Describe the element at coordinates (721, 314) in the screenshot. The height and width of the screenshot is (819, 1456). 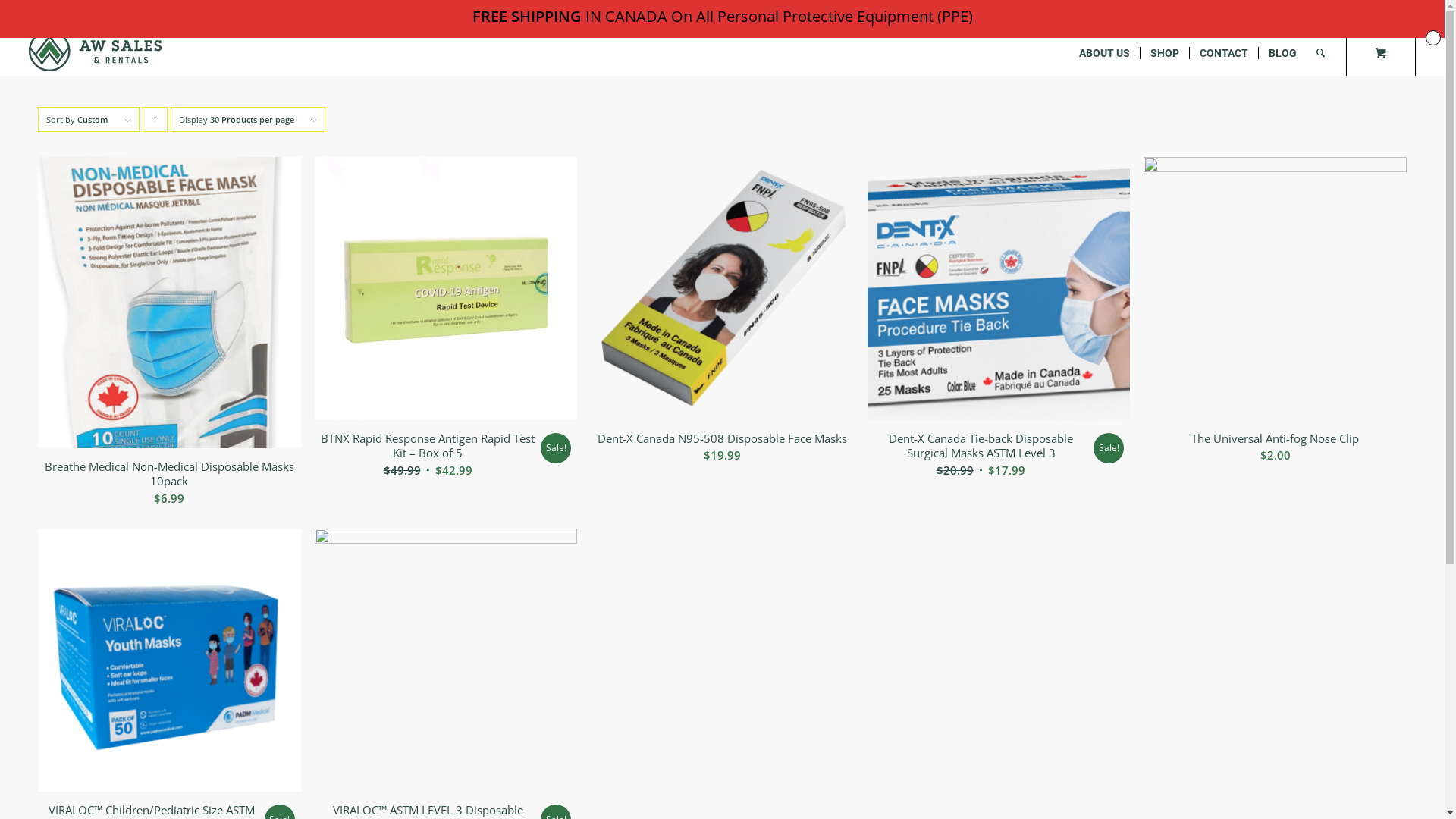
I see `'Dent-X Canada N95-508 Disposable Face Masks` at that location.